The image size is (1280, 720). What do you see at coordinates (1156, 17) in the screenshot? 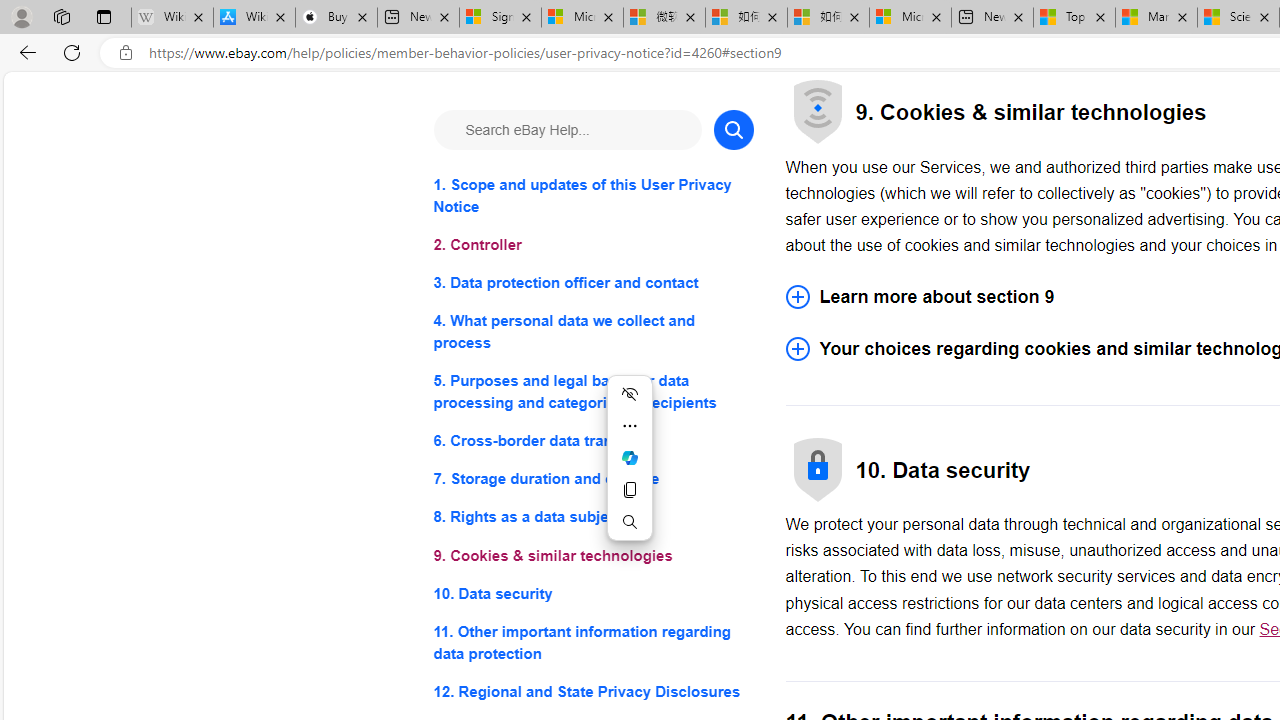
I see `'Marine life - MSN'` at bounding box center [1156, 17].